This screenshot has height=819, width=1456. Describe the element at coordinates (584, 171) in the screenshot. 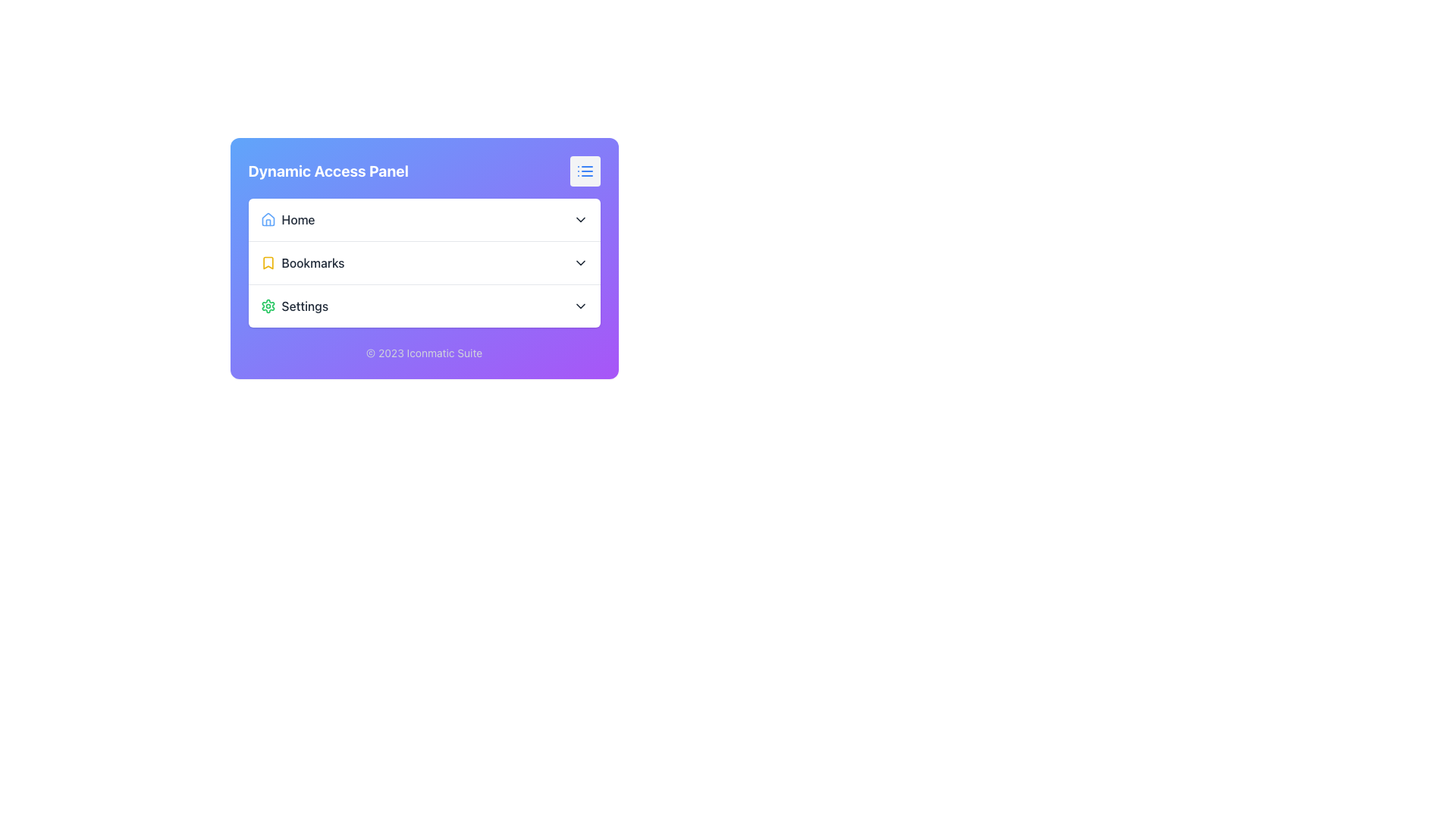

I see `the square-shaped button with rounded corners located to the right of the text 'Dynamic Access Panel' in the top-right corner of the header` at that location.